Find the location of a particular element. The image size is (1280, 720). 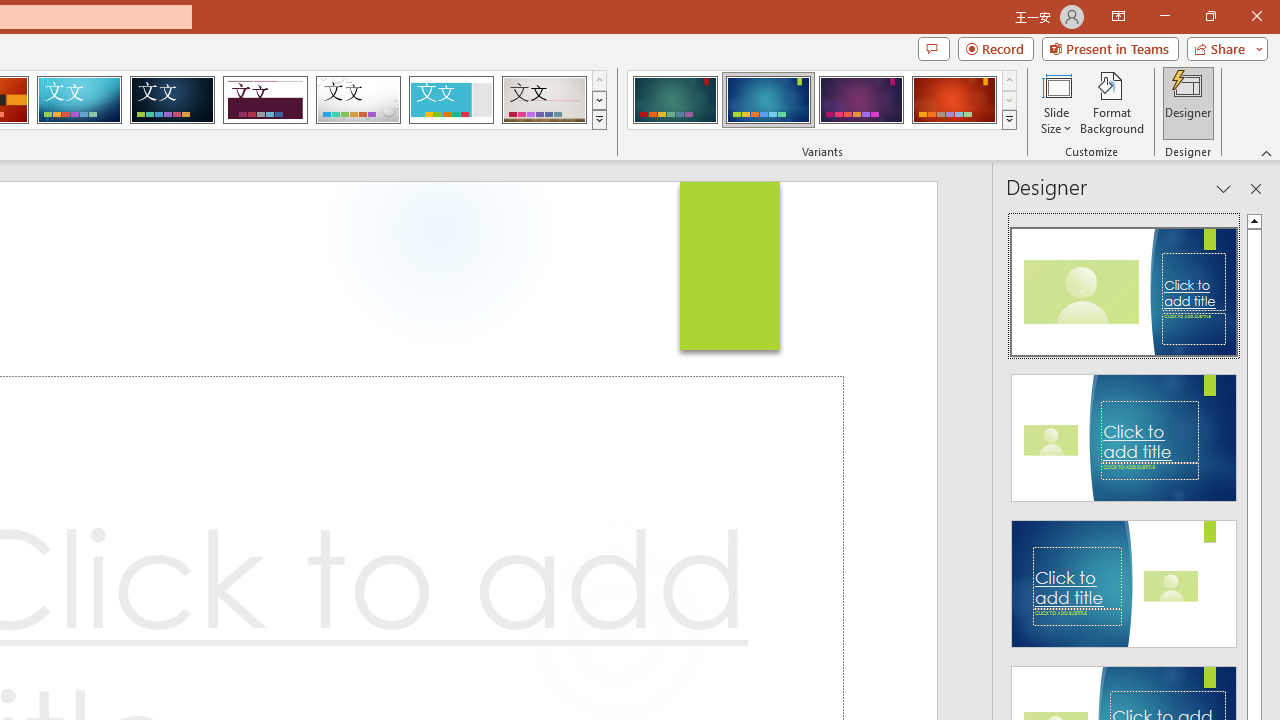

'Ion Variant 1' is located at coordinates (675, 100).